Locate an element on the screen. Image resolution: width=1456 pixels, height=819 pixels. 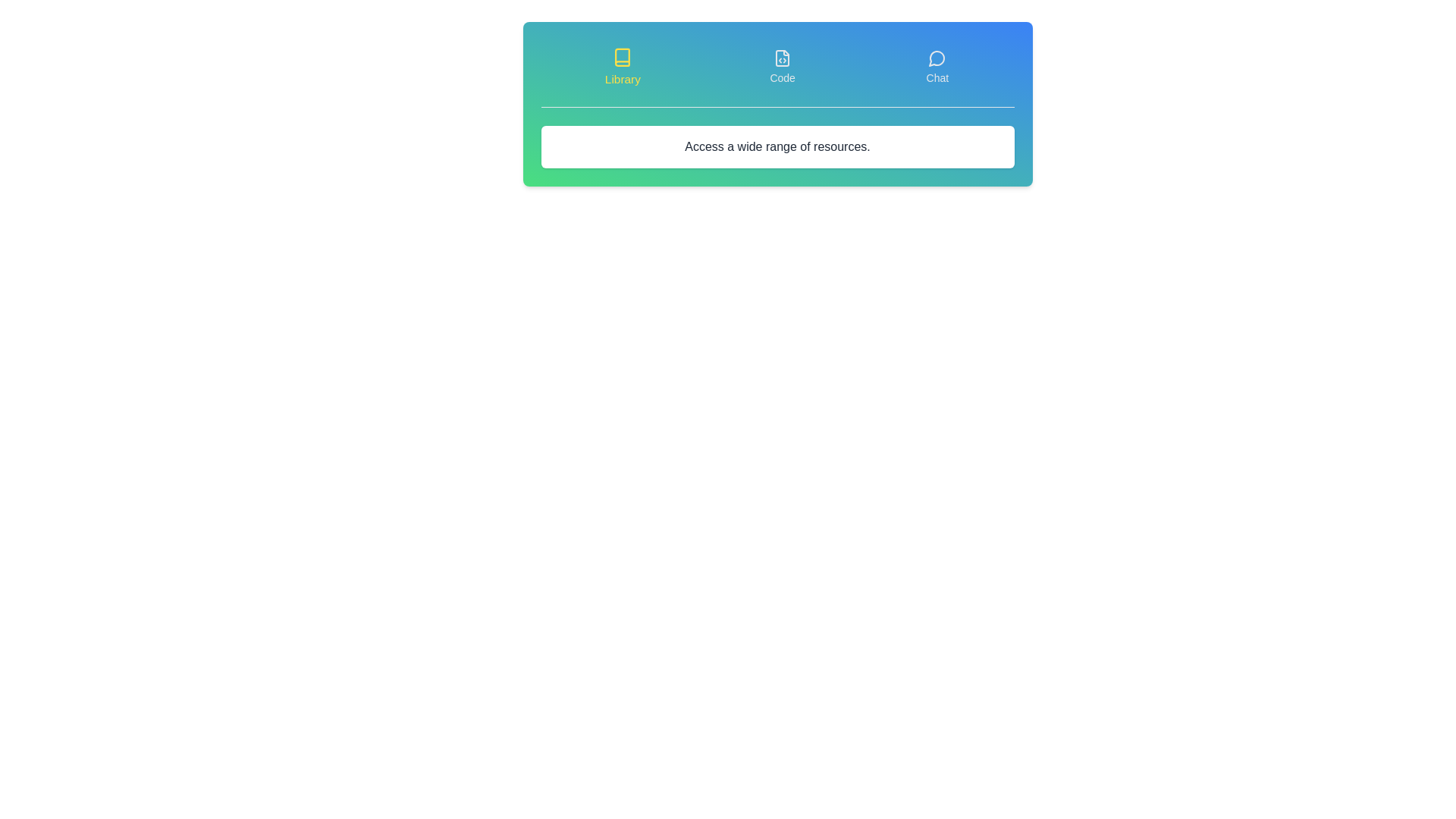
the tab labeled Code to select it is located at coordinates (783, 66).